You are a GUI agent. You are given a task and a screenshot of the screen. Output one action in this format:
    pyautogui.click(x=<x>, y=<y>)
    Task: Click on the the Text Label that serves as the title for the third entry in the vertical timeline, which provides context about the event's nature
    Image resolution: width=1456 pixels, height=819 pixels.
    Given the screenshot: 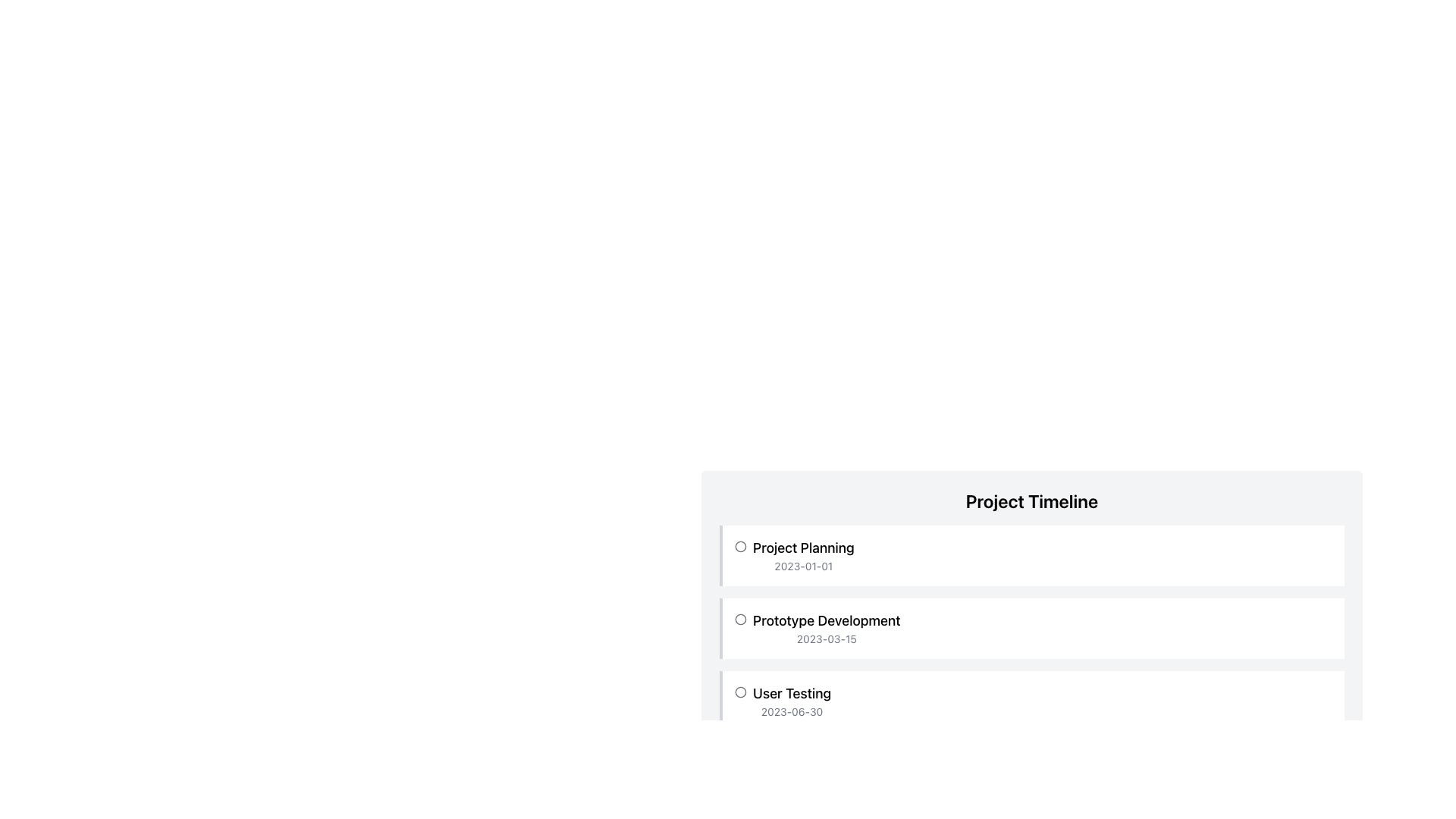 What is the action you would take?
    pyautogui.click(x=791, y=693)
    